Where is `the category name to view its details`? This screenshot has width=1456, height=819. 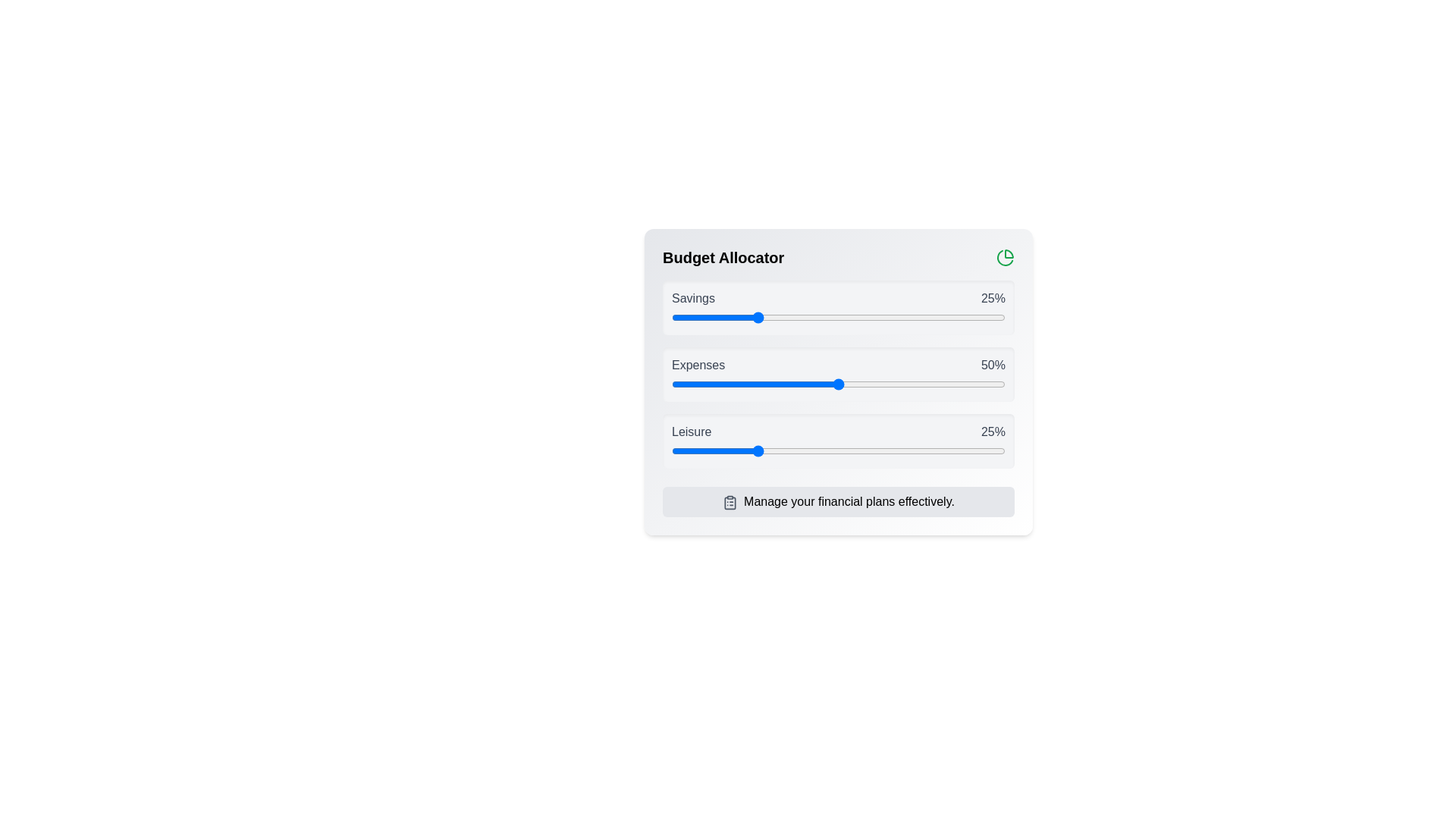
the category name to view its details is located at coordinates (692, 298).